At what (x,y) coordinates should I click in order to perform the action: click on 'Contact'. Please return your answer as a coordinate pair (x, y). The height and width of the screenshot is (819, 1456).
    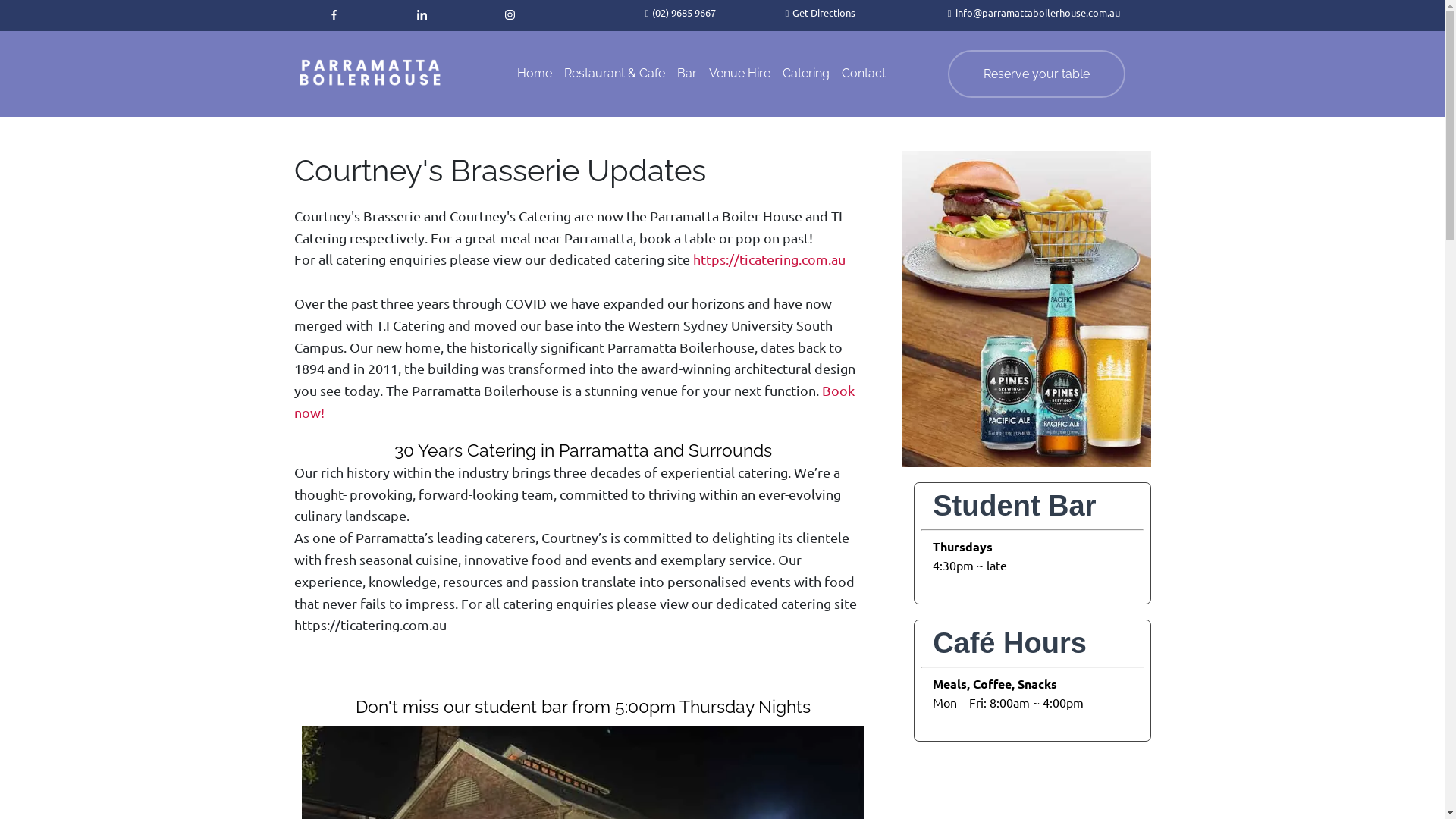
    Looking at the image, I should click on (863, 73).